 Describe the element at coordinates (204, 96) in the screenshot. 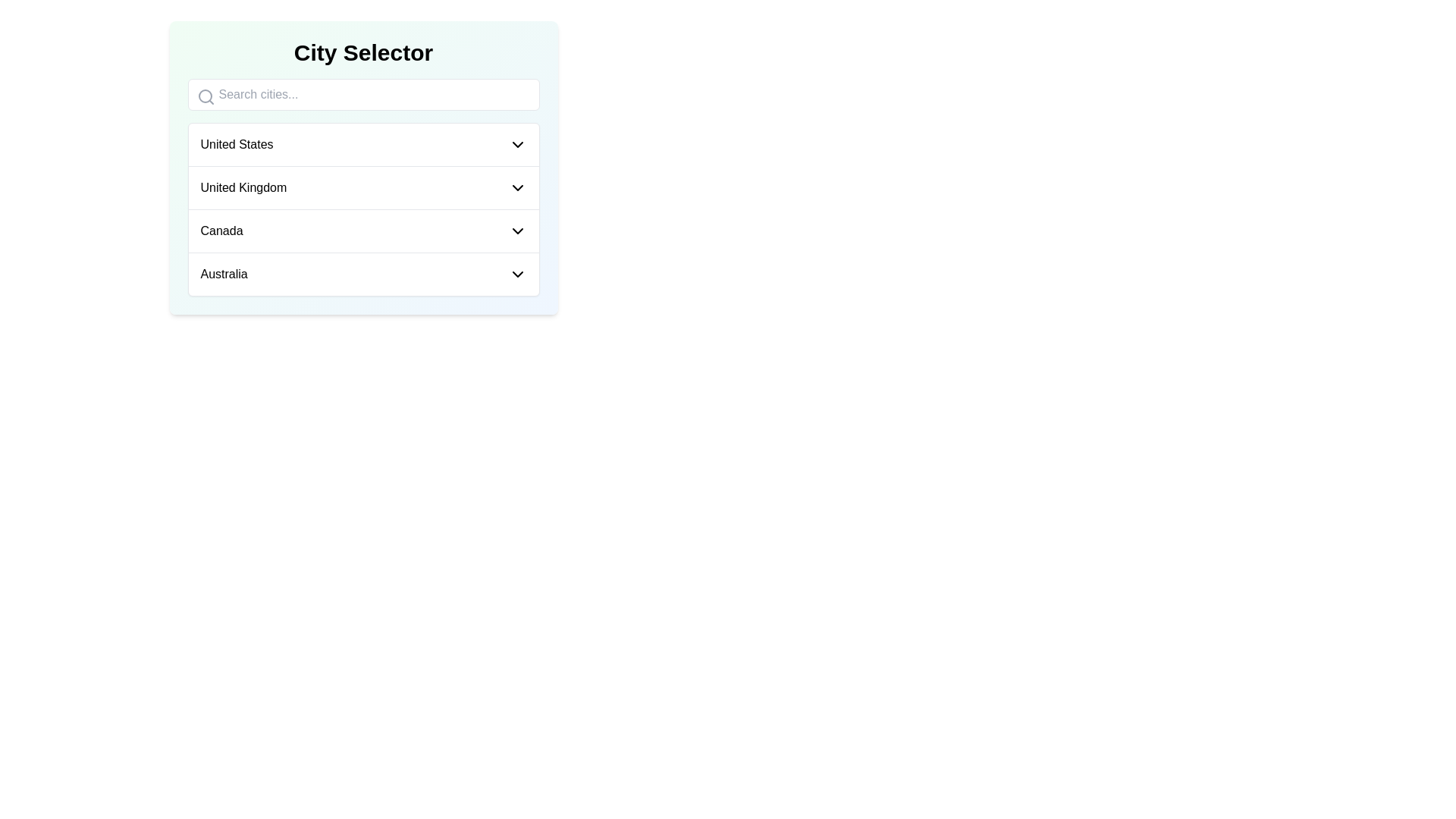

I see `the magnifying glass icon located on the left side of the 'Search cities...' input field` at that location.